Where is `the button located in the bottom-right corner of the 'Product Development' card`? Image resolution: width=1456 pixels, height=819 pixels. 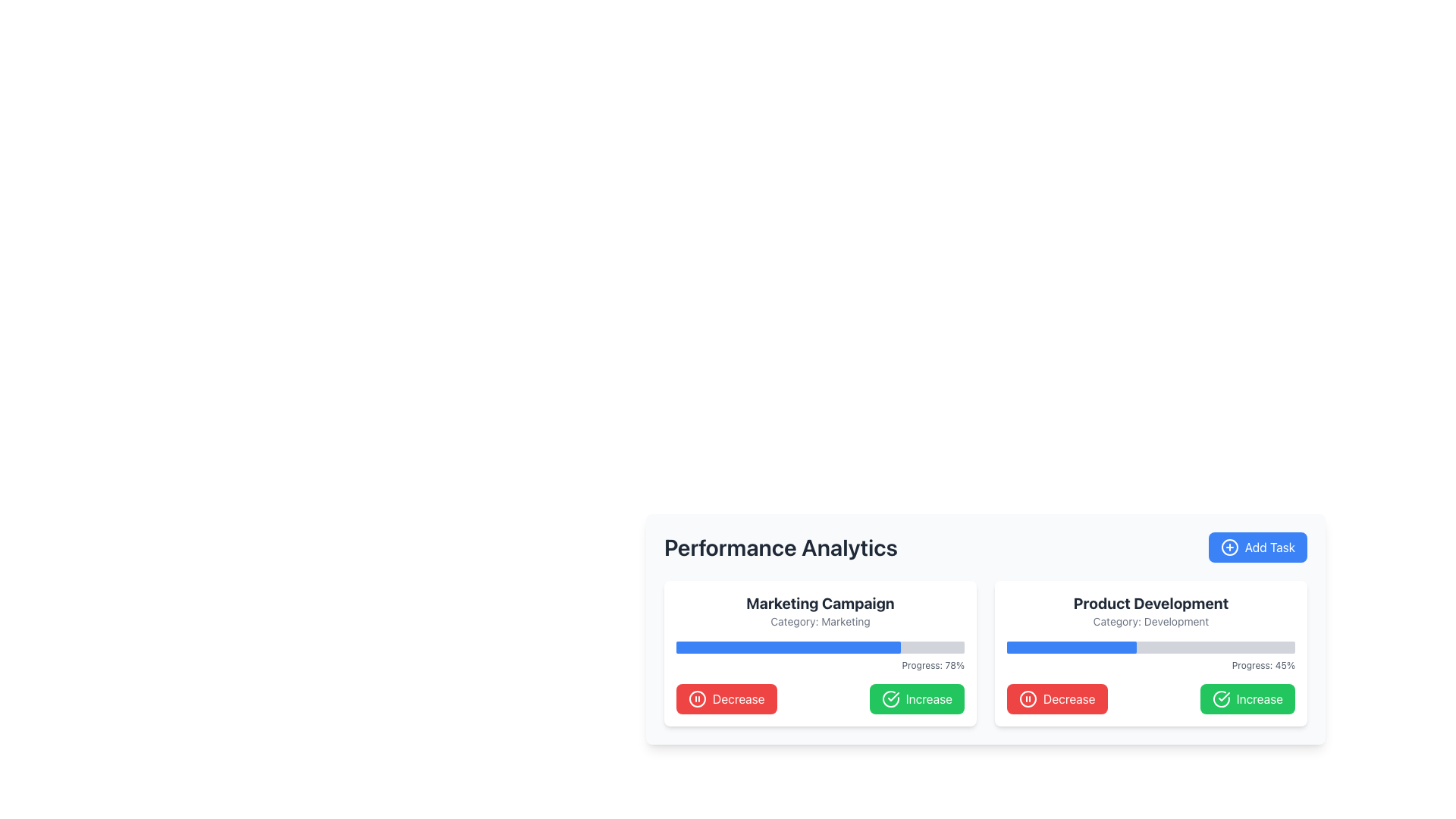 the button located in the bottom-right corner of the 'Product Development' card is located at coordinates (1247, 698).